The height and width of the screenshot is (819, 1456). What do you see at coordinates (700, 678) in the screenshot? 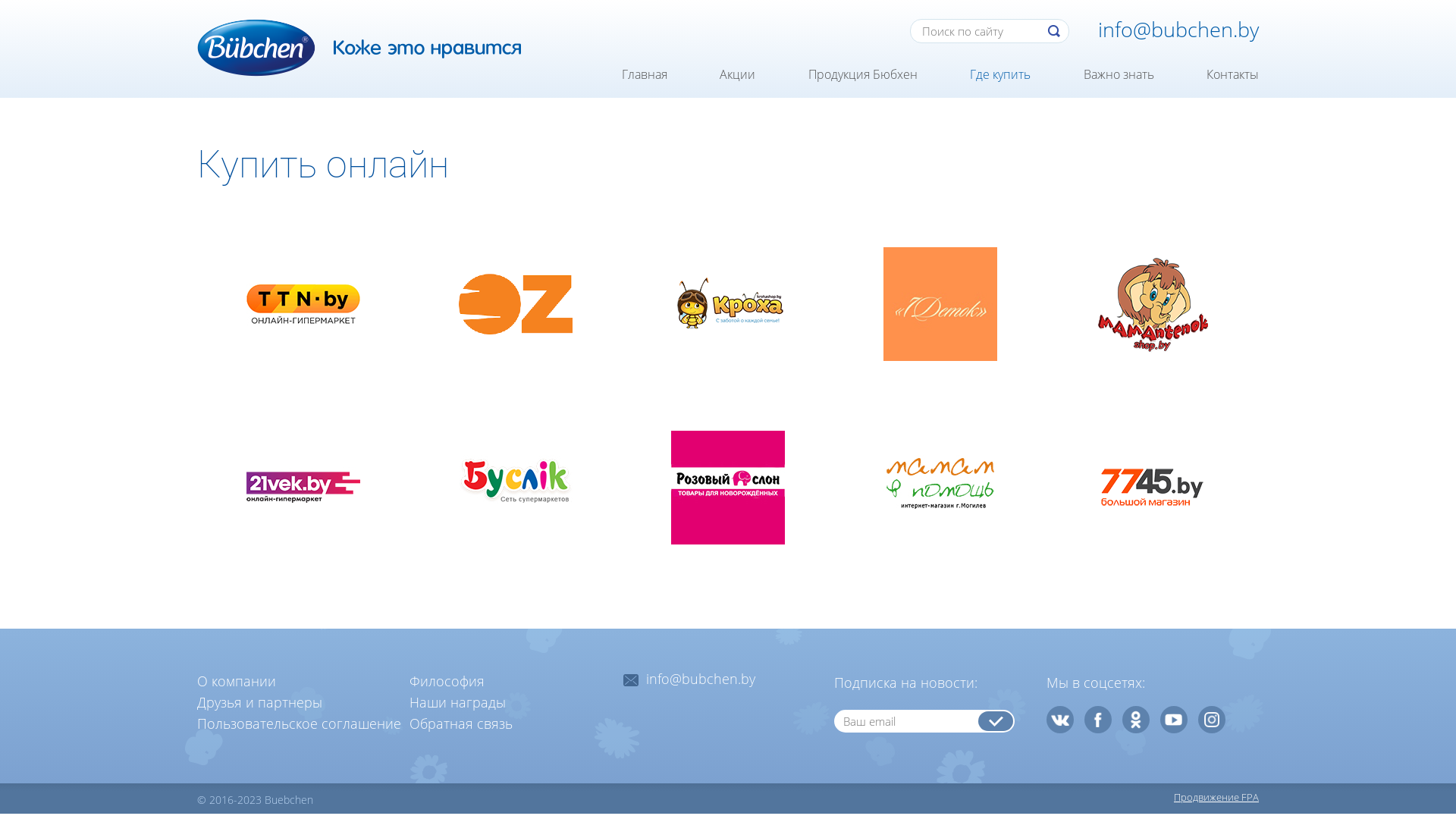
I see `'info@bubchen.by'` at bounding box center [700, 678].